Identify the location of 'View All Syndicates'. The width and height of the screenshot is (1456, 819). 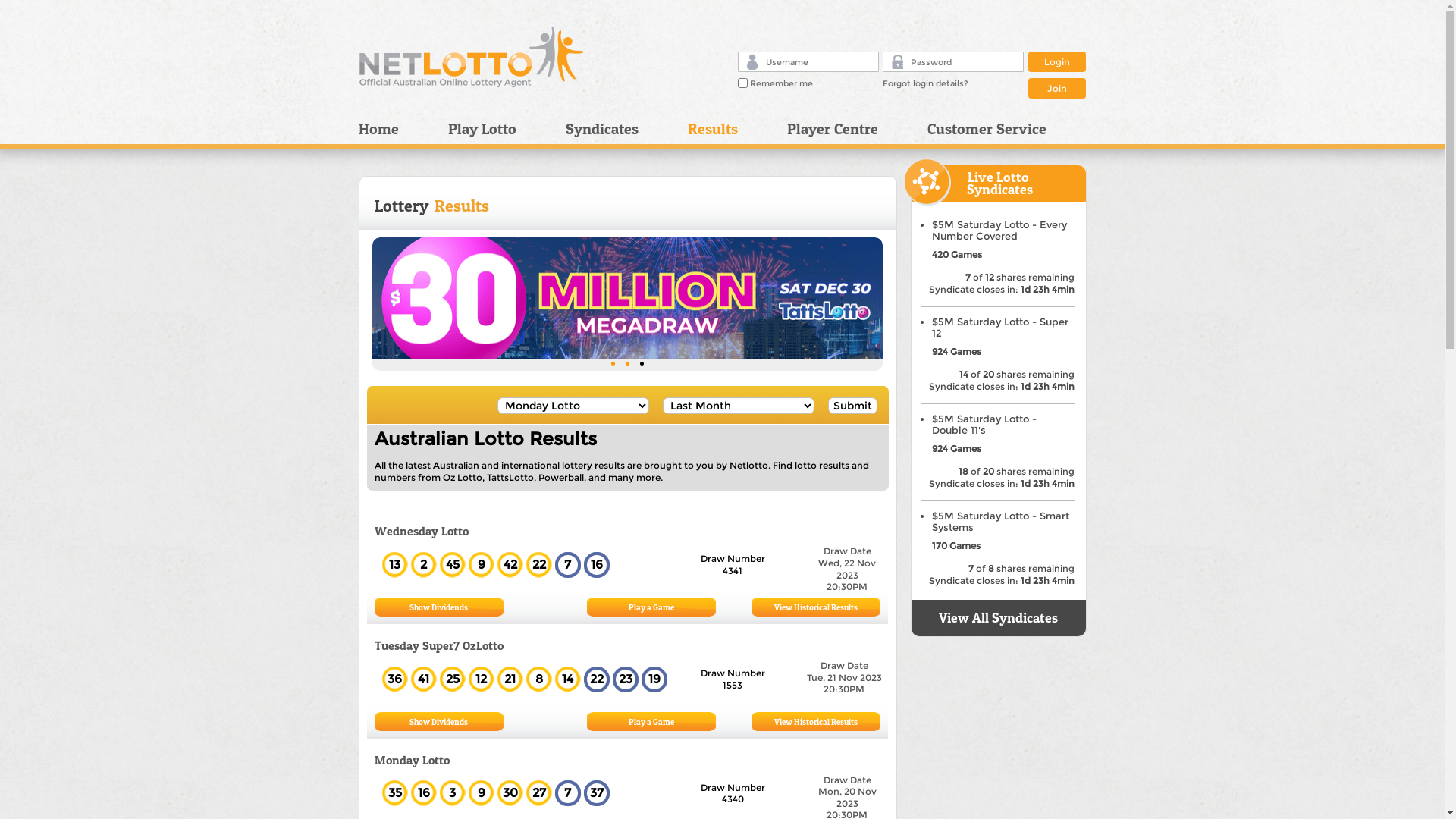
(998, 617).